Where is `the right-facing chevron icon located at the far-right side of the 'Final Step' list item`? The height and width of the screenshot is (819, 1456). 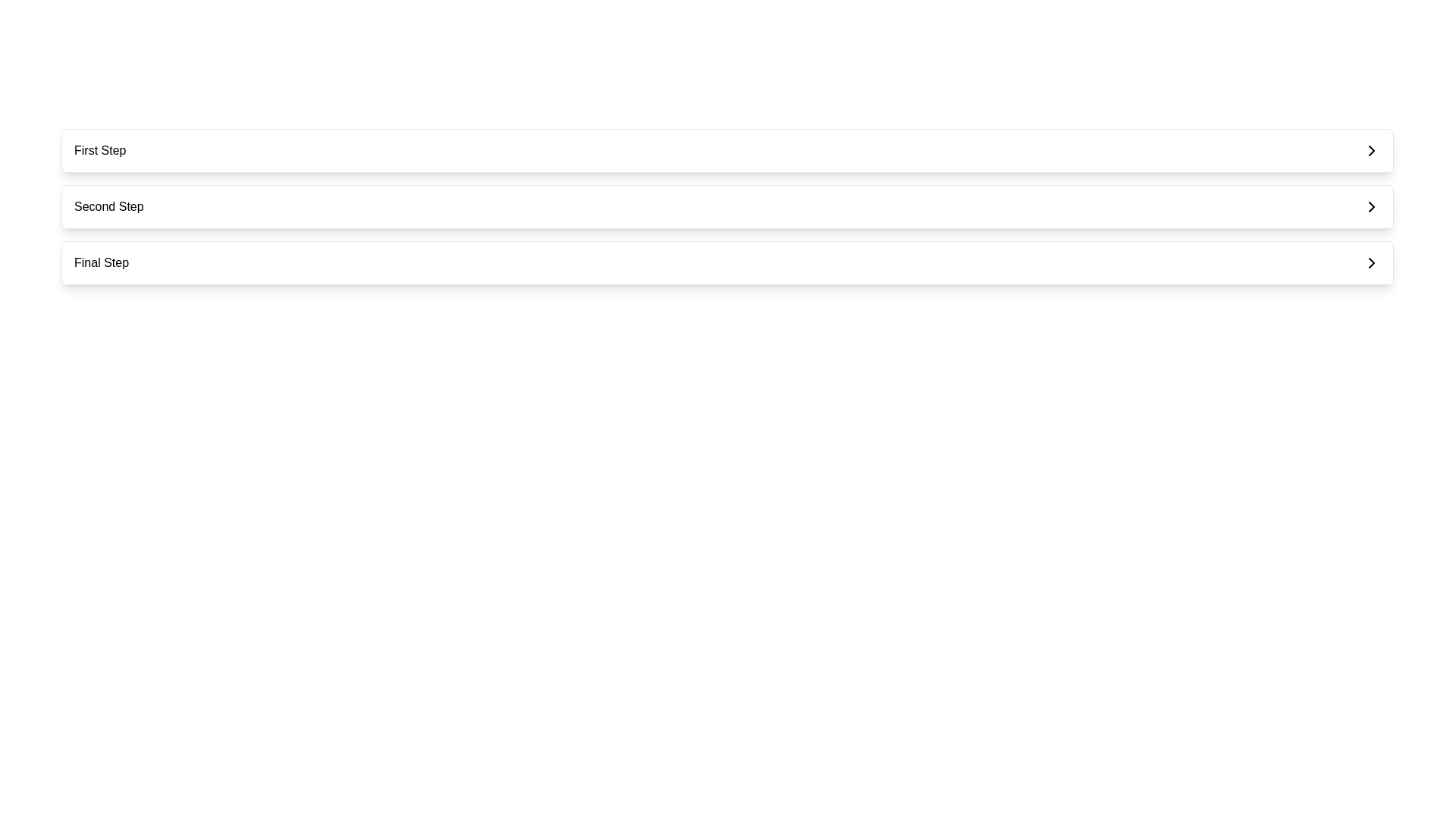
the right-facing chevron icon located at the far-right side of the 'Final Step' list item is located at coordinates (1372, 262).